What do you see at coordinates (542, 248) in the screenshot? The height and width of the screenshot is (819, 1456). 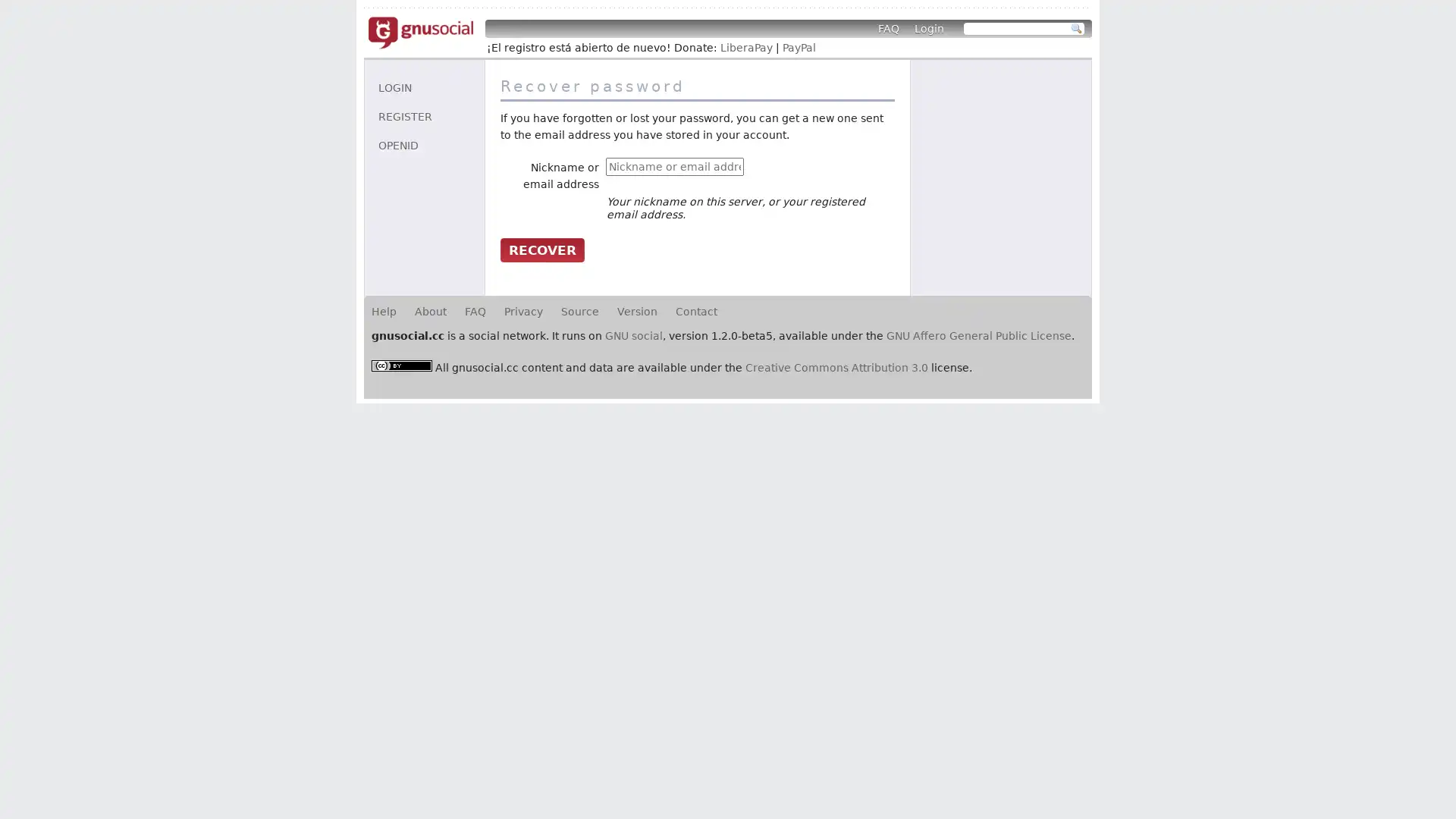 I see `Recover` at bounding box center [542, 248].